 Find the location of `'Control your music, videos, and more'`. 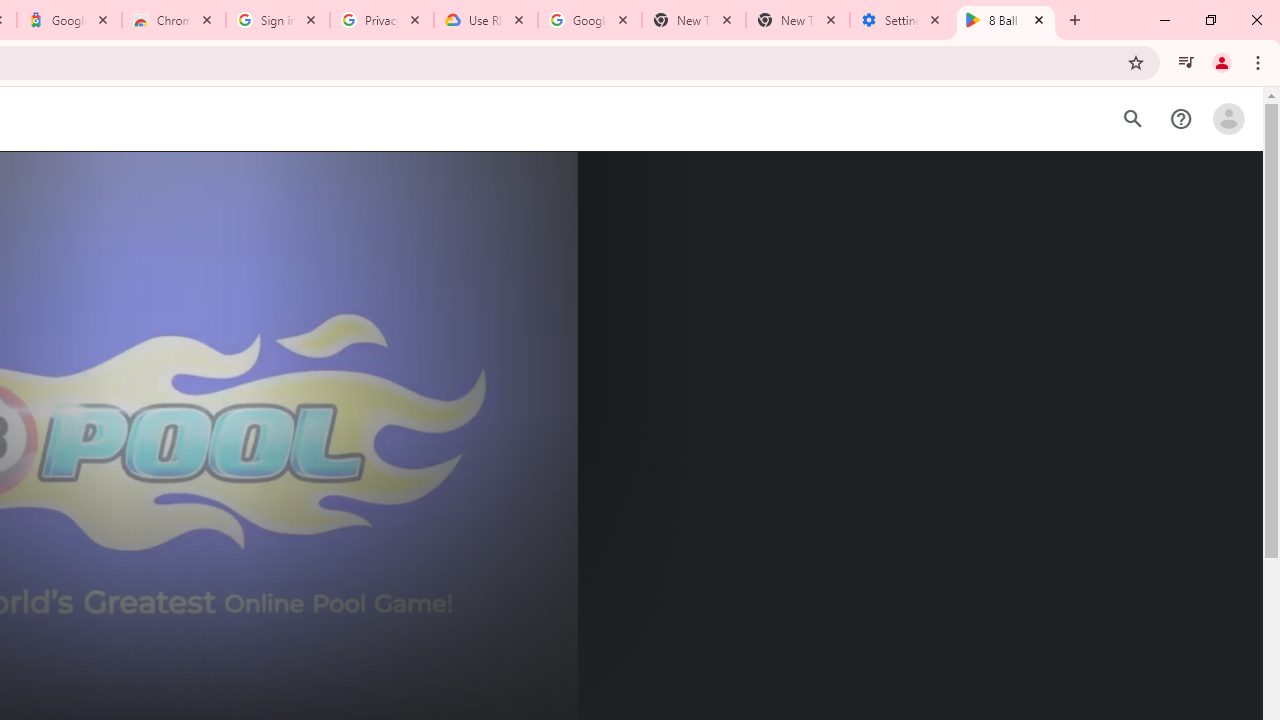

'Control your music, videos, and more' is located at coordinates (1185, 61).